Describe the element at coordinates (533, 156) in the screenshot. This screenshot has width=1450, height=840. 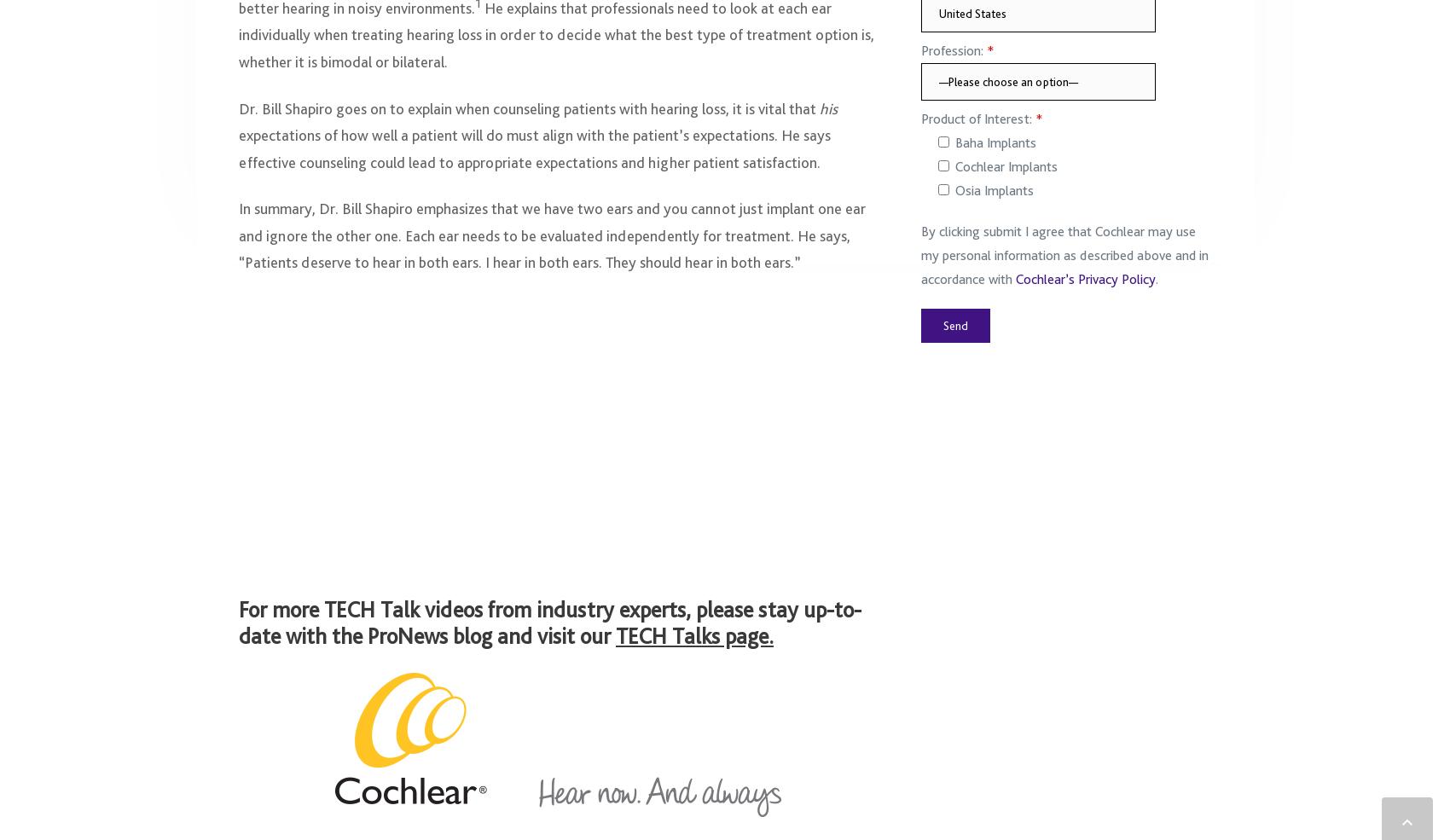
I see `'expectations of how well a patient will do must align with the patient’s expectations. He says effective counseling could lead to appropriate expectations and higher patient satisfaction.'` at that location.